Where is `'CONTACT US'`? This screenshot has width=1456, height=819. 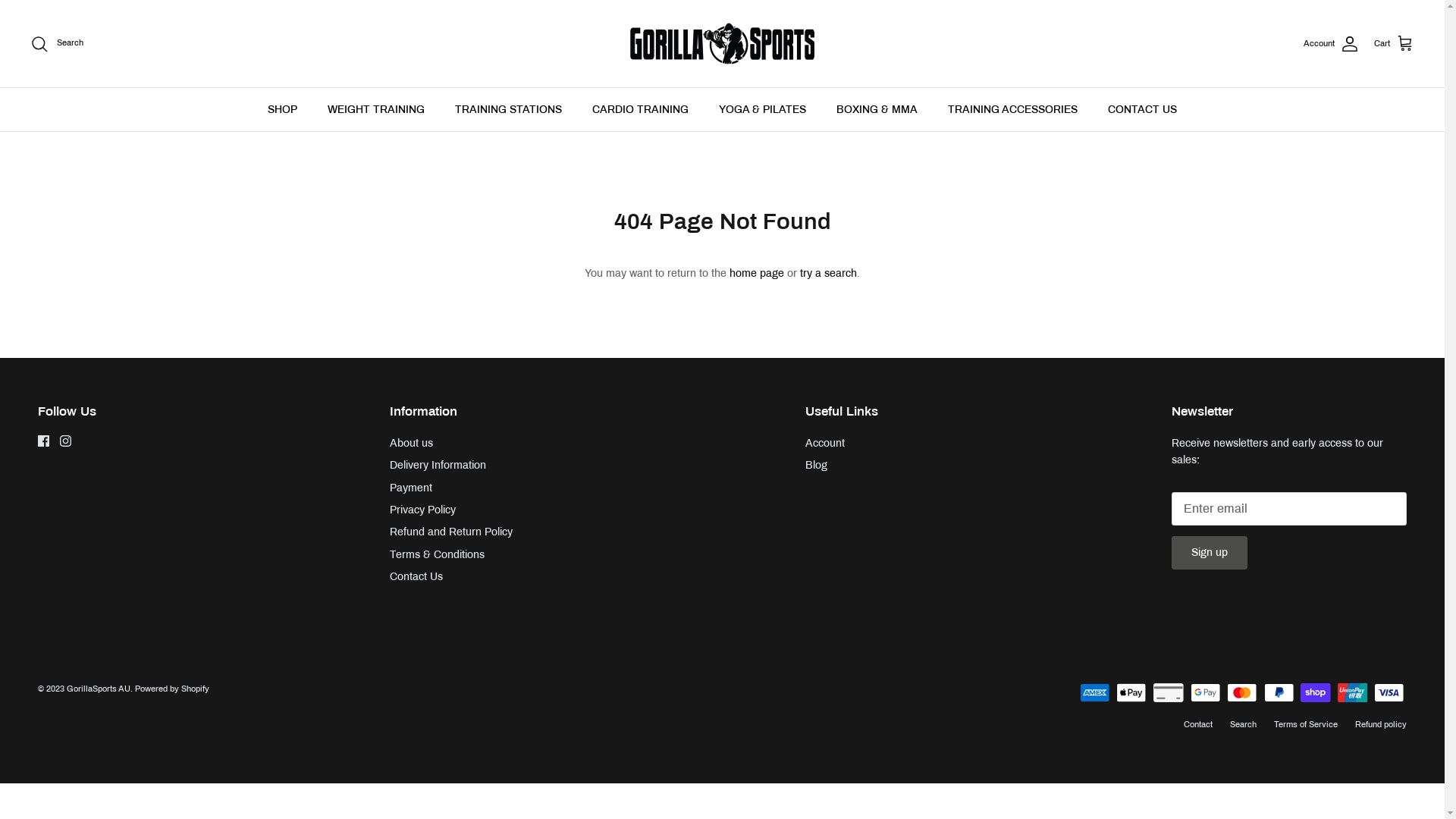 'CONTACT US' is located at coordinates (1142, 108).